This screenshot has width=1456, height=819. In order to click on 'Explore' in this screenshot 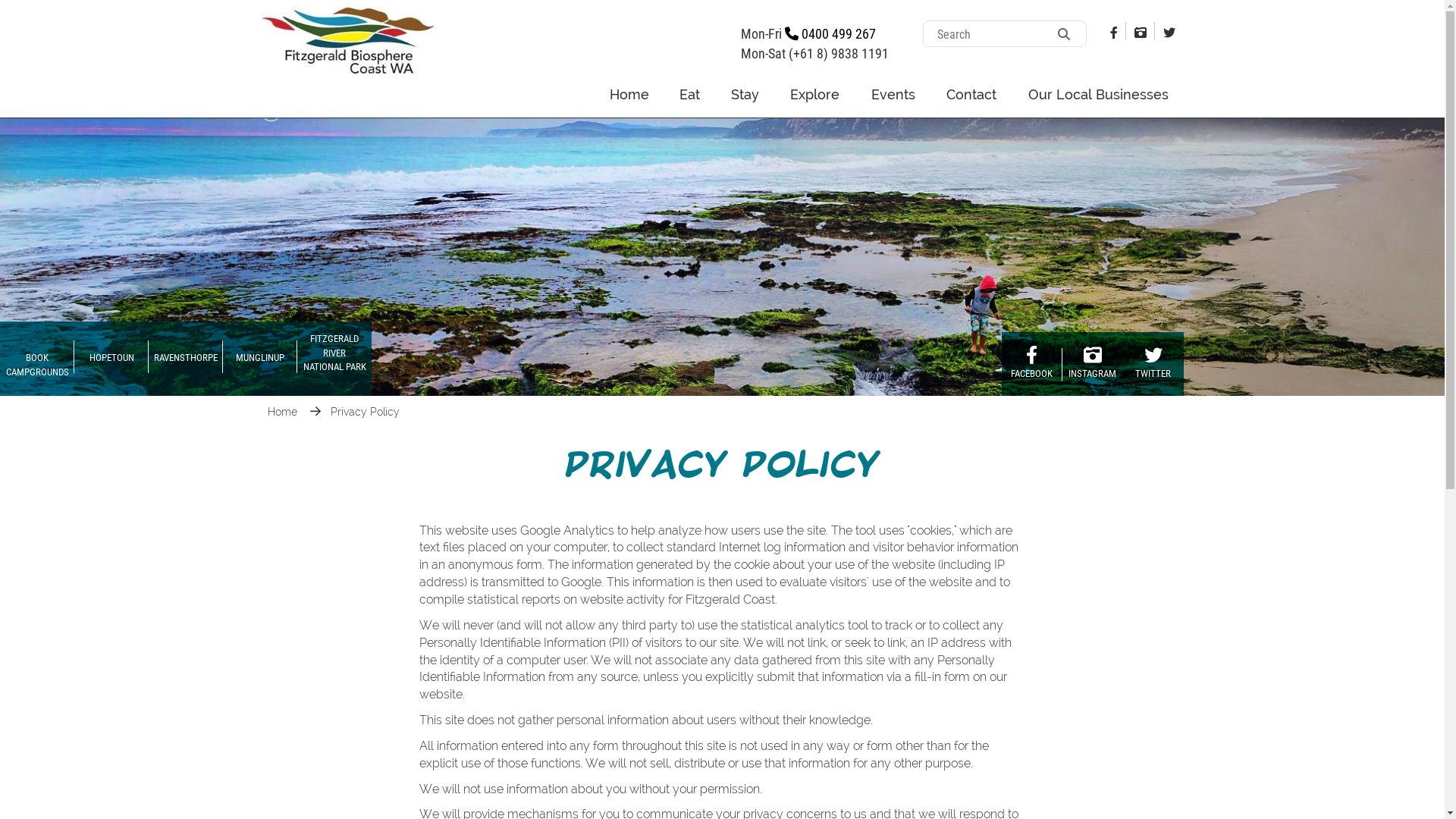, I will do `click(814, 94)`.